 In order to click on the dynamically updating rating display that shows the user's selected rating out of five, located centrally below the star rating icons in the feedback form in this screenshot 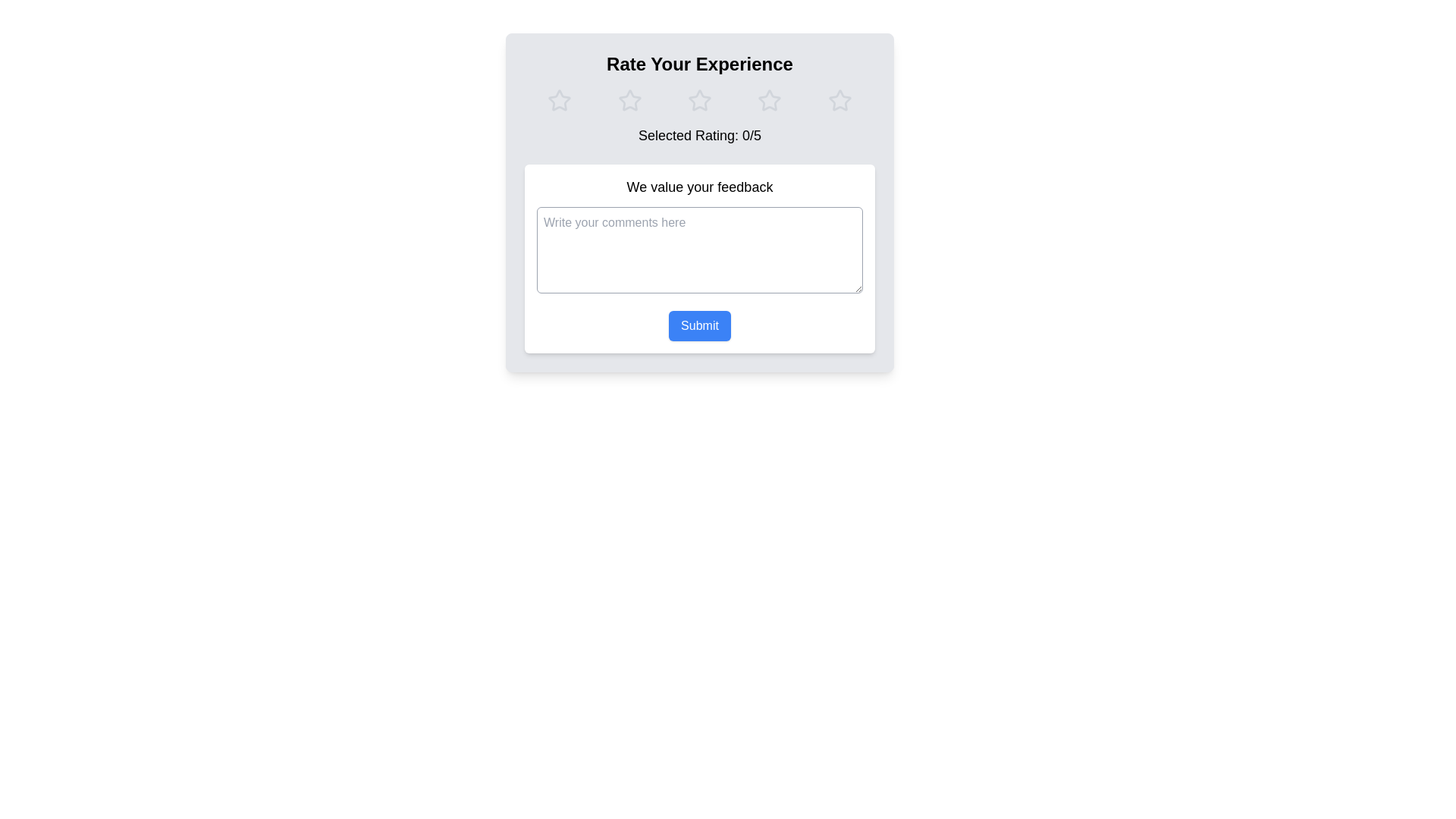, I will do `click(698, 134)`.